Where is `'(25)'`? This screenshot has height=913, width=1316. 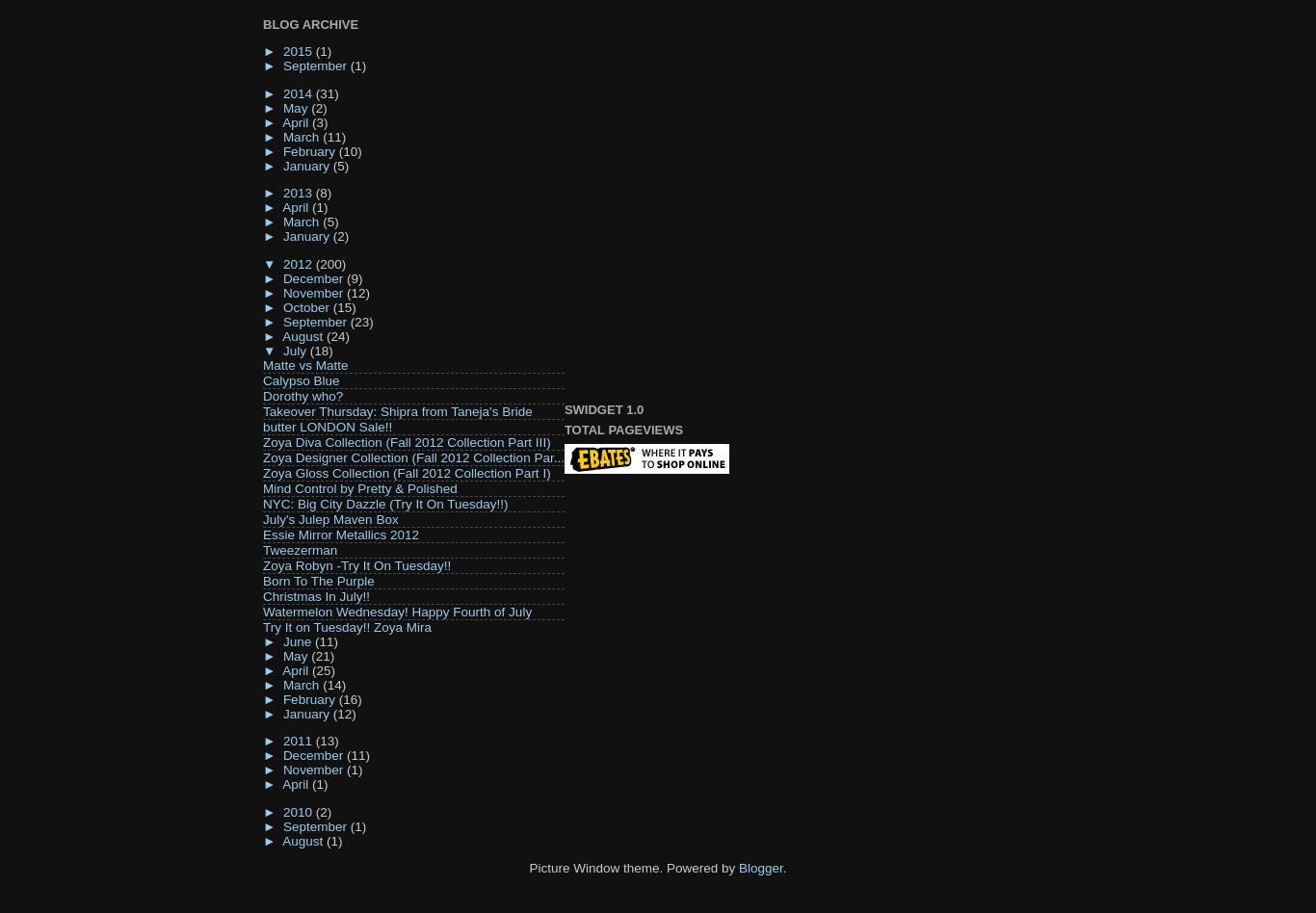 '(25)' is located at coordinates (322, 668).